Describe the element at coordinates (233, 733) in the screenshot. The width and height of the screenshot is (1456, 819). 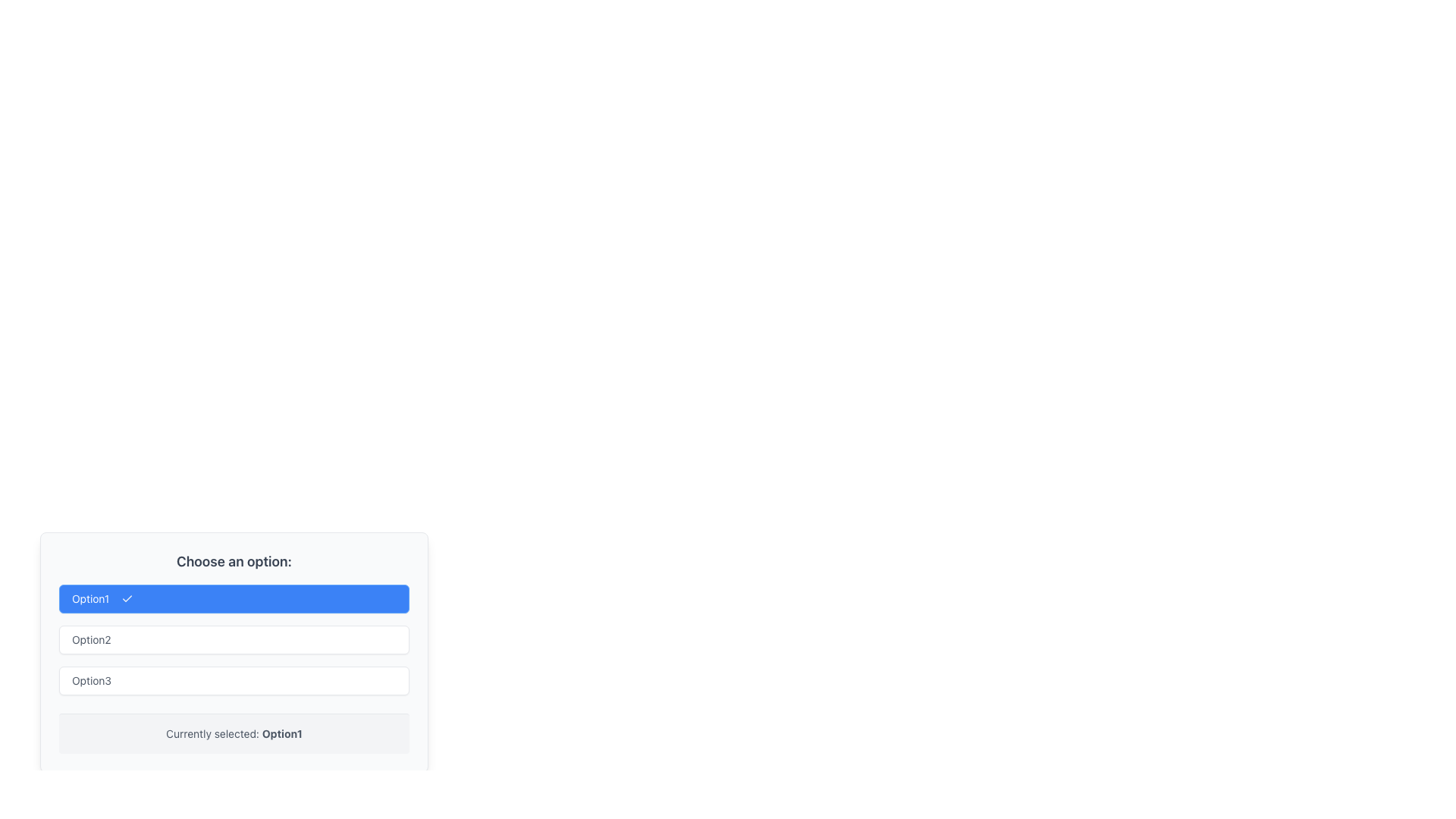
I see `the Text Label that displays the currently selected option from the list, located within a light-gray block near the bottom of the interface` at that location.